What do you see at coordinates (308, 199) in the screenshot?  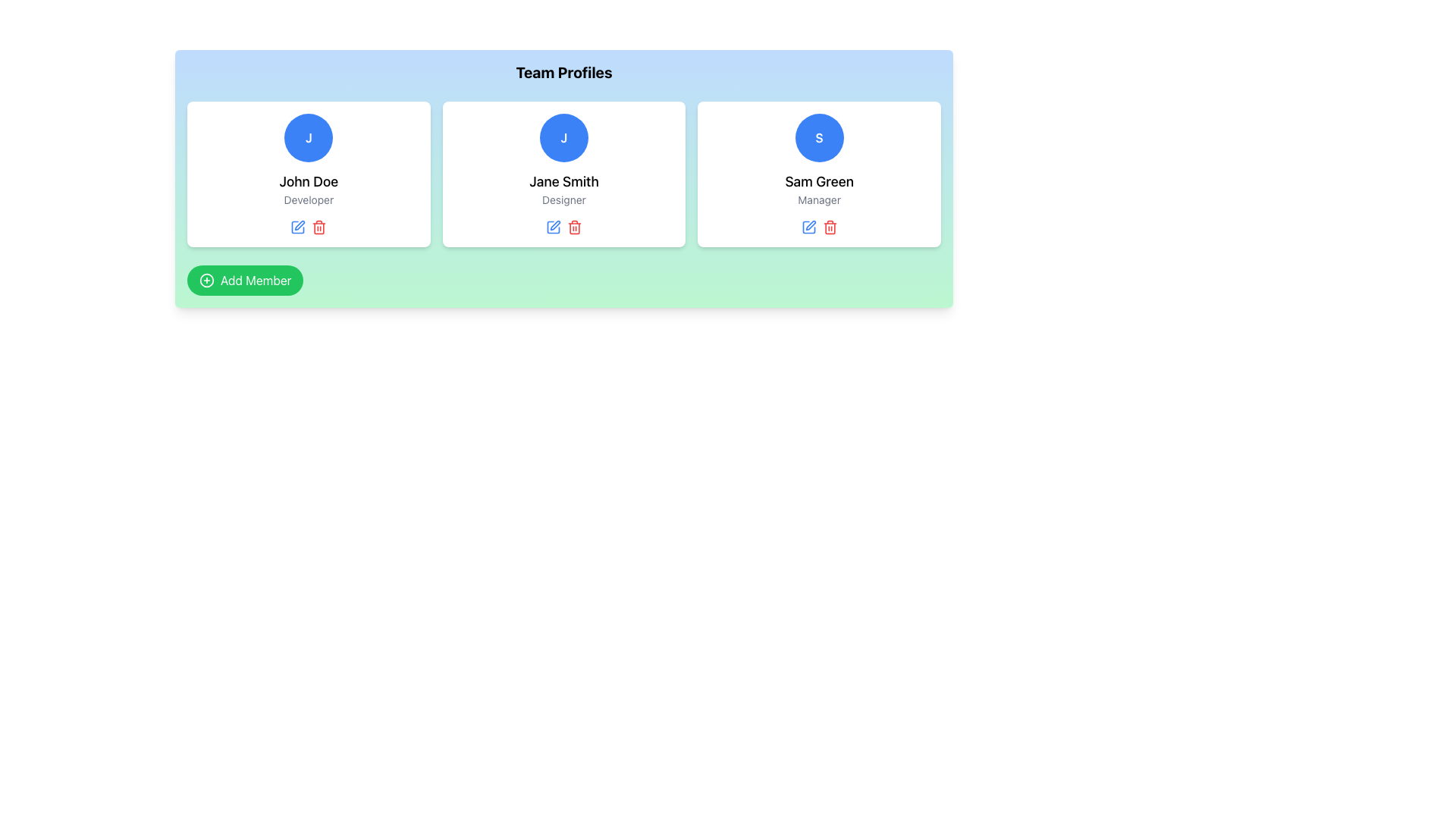 I see `the text label displaying the user's role or job title for 'John Doe' in the first profile card of the 'Team Profiles' section` at bounding box center [308, 199].